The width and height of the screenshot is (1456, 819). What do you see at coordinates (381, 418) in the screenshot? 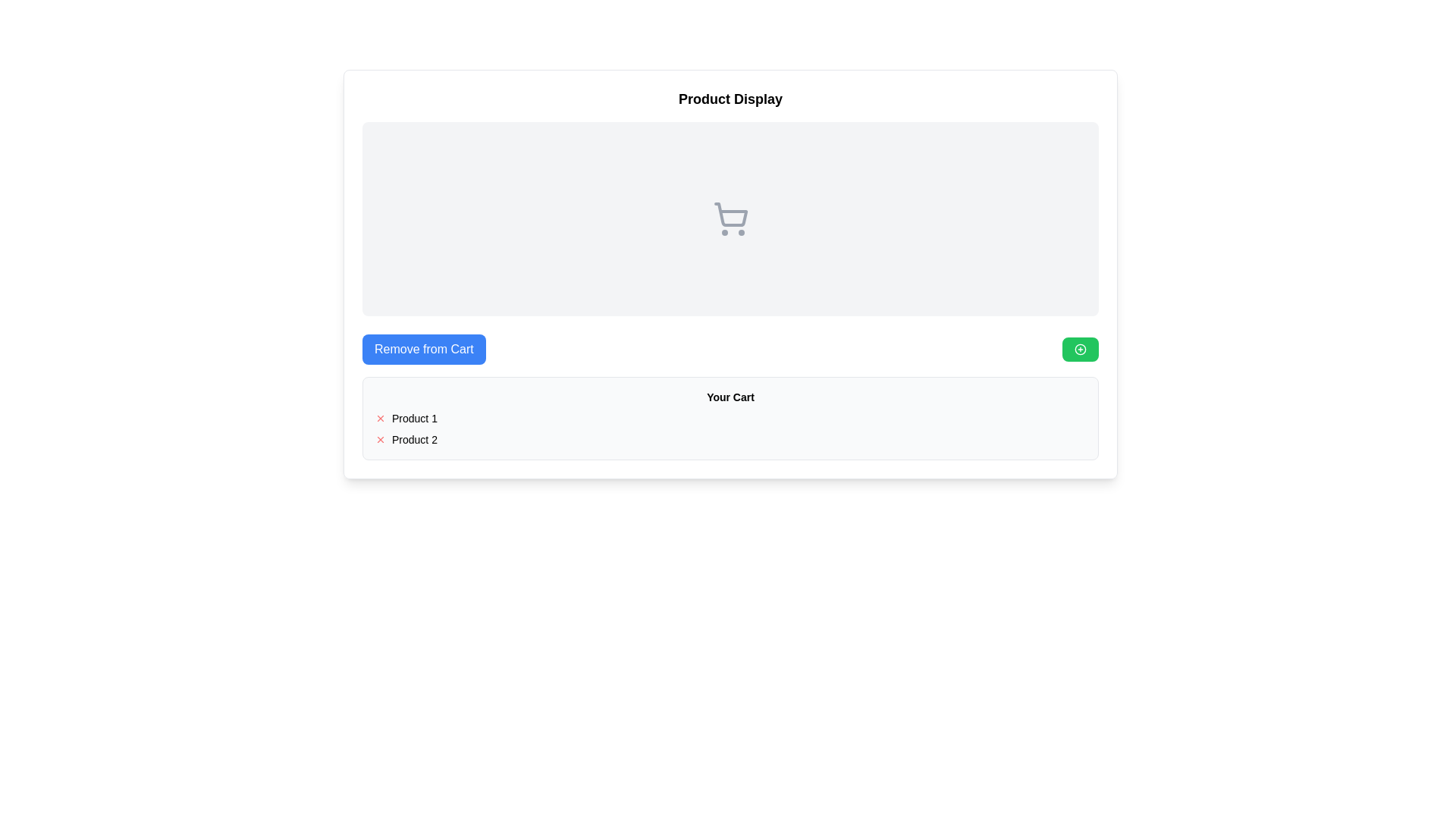
I see `the cross icon button` at bounding box center [381, 418].